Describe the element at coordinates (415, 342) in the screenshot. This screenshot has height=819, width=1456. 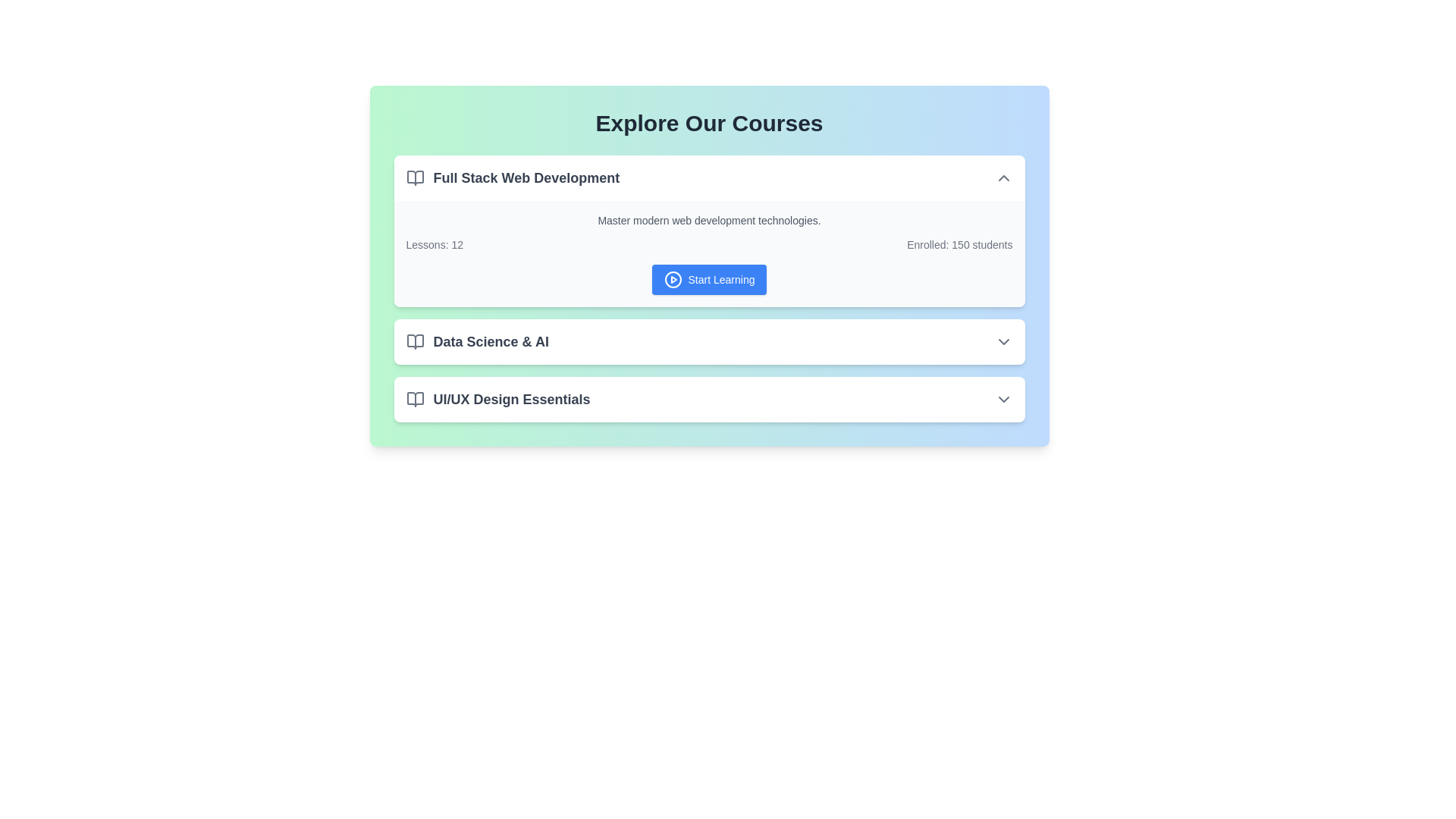
I see `the open book icon styled with a gray color scheme, which is part of the list entry titled 'Data Science & AI', located to the left of the text within the course list` at that location.